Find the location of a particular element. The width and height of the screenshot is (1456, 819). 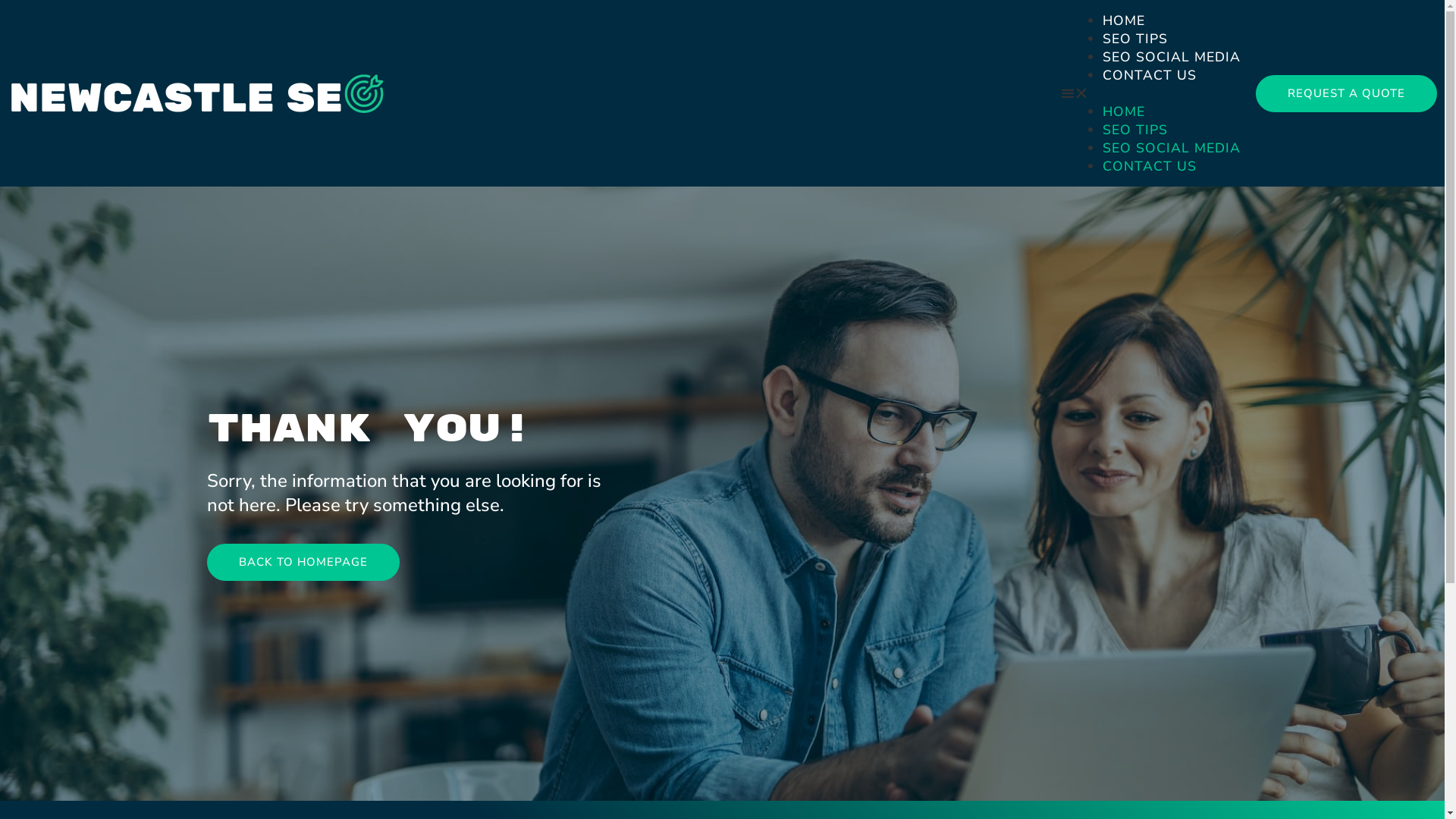

'CONTACT US' is located at coordinates (1103, 75).